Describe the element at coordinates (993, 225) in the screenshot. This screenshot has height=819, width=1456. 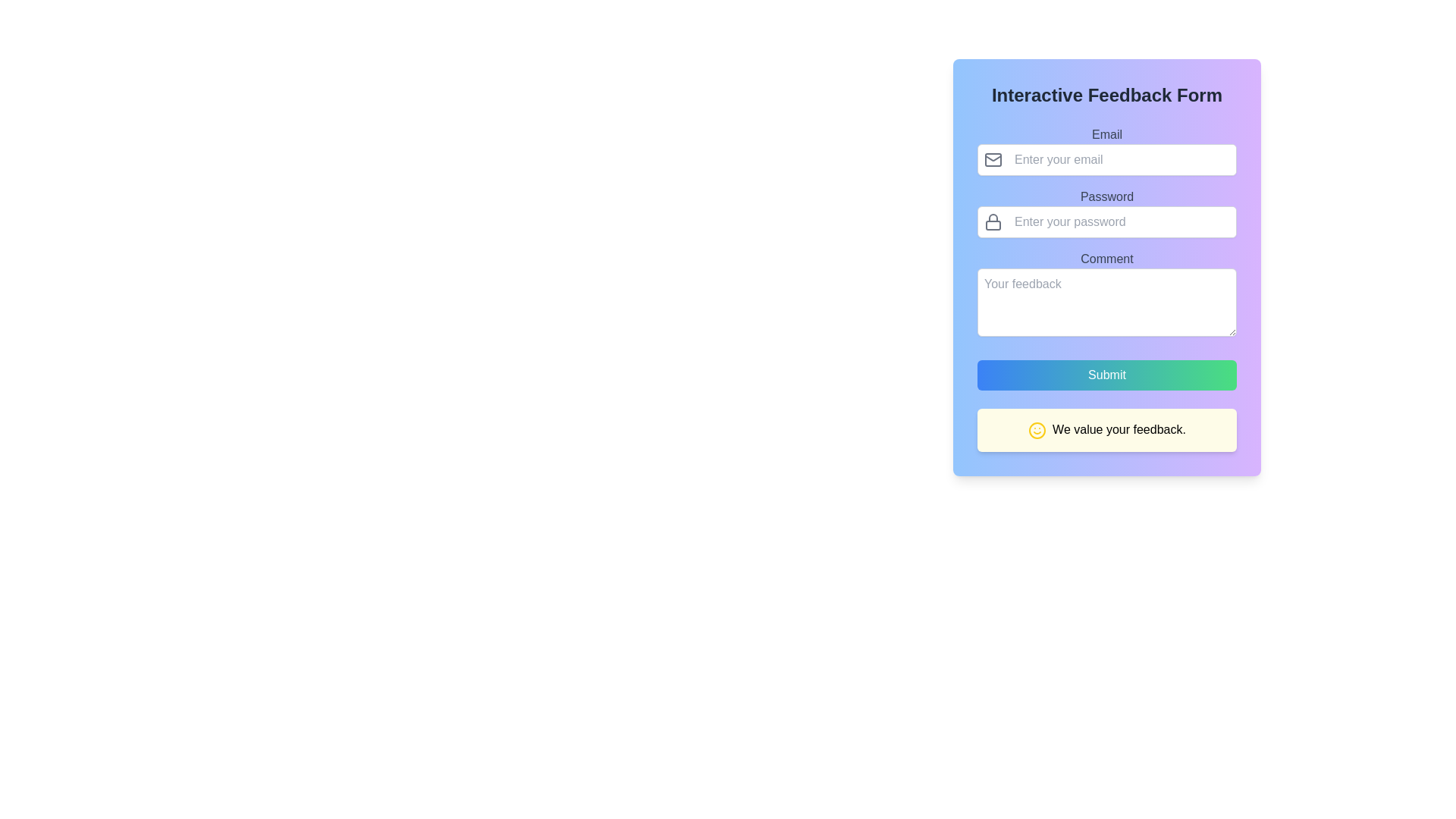
I see `the bottom rectangular part of the lock icon, which is gray and has a smooth, rounded appearance, located to the left of the 'Password' input field in the feedback form` at that location.